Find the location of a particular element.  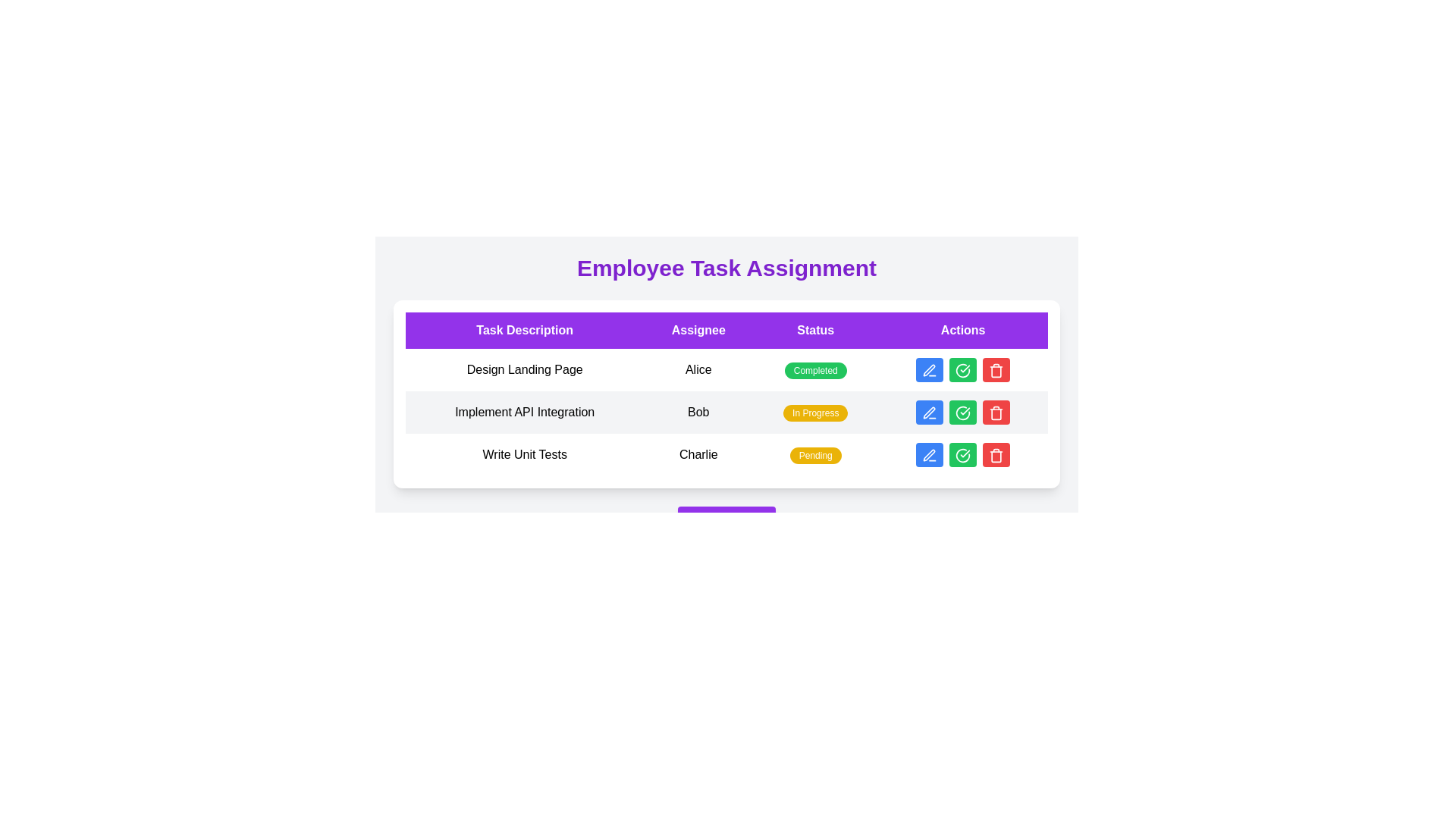

the circular green check mark icon in the 'Actions' column for the 'Implement API Integration' task is located at coordinates (962, 413).